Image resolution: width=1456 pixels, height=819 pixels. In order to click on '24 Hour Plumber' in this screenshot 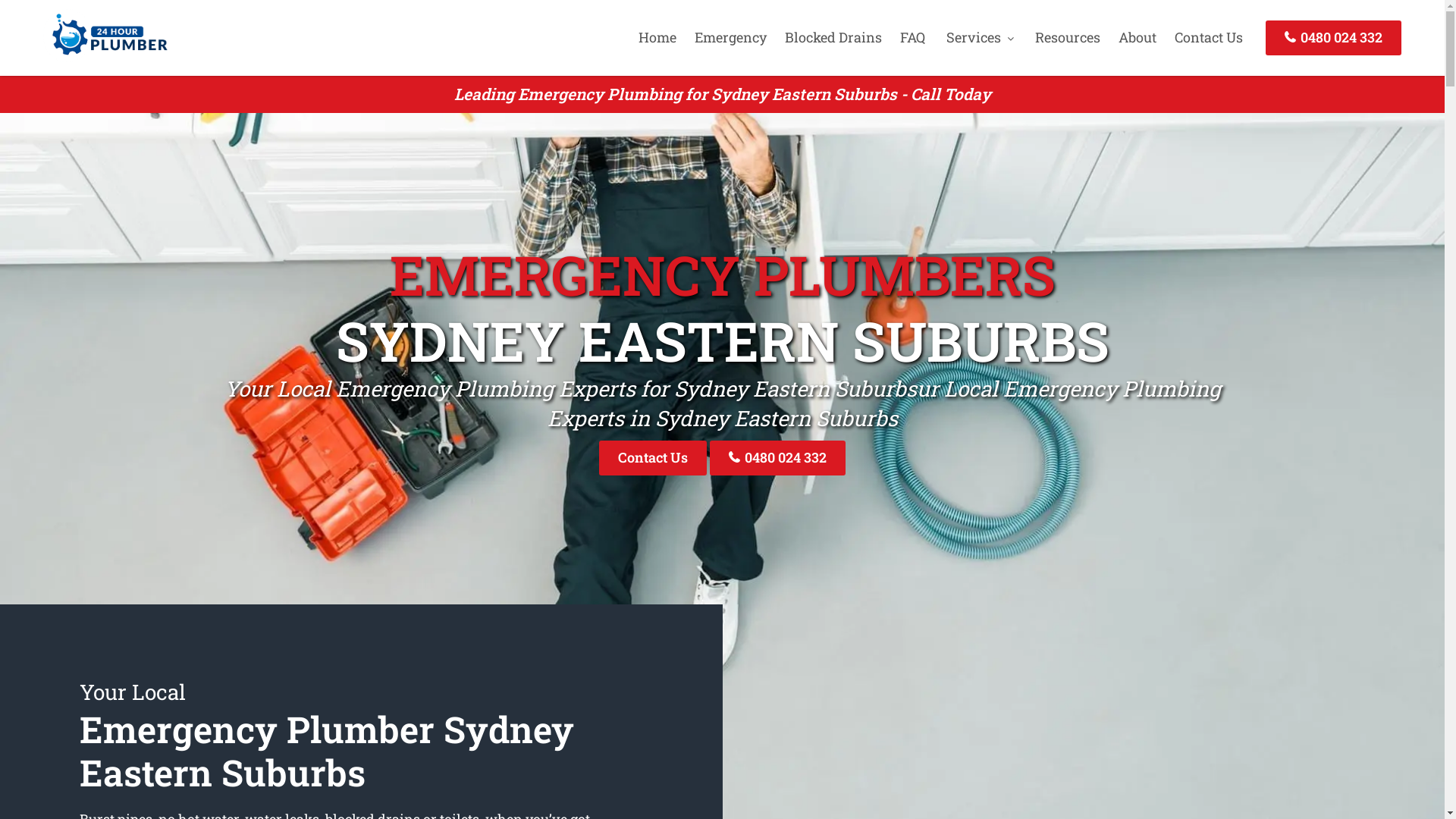, I will do `click(43, 55)`.